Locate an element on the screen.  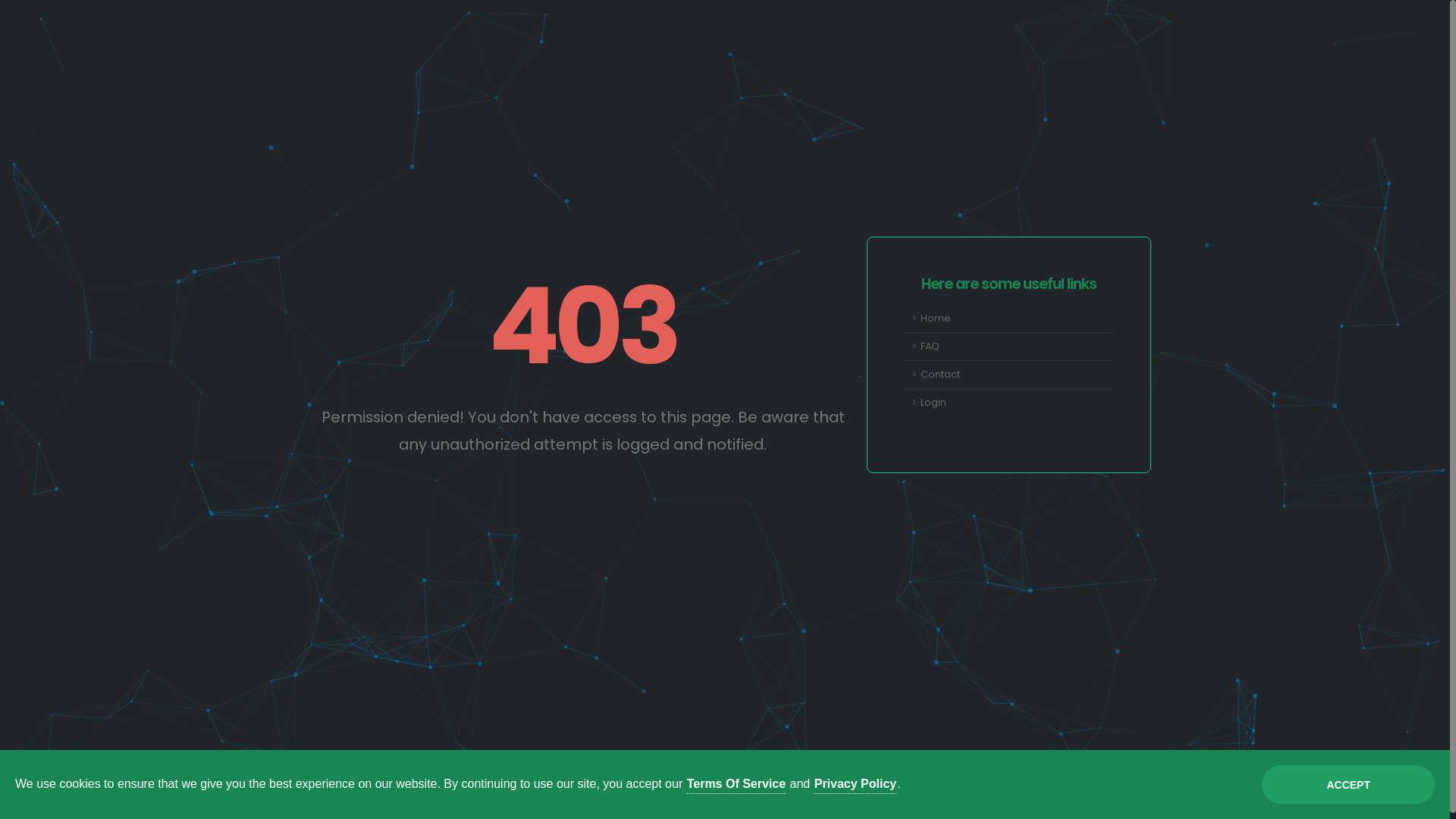
'Privacy Policy' is located at coordinates (855, 783).